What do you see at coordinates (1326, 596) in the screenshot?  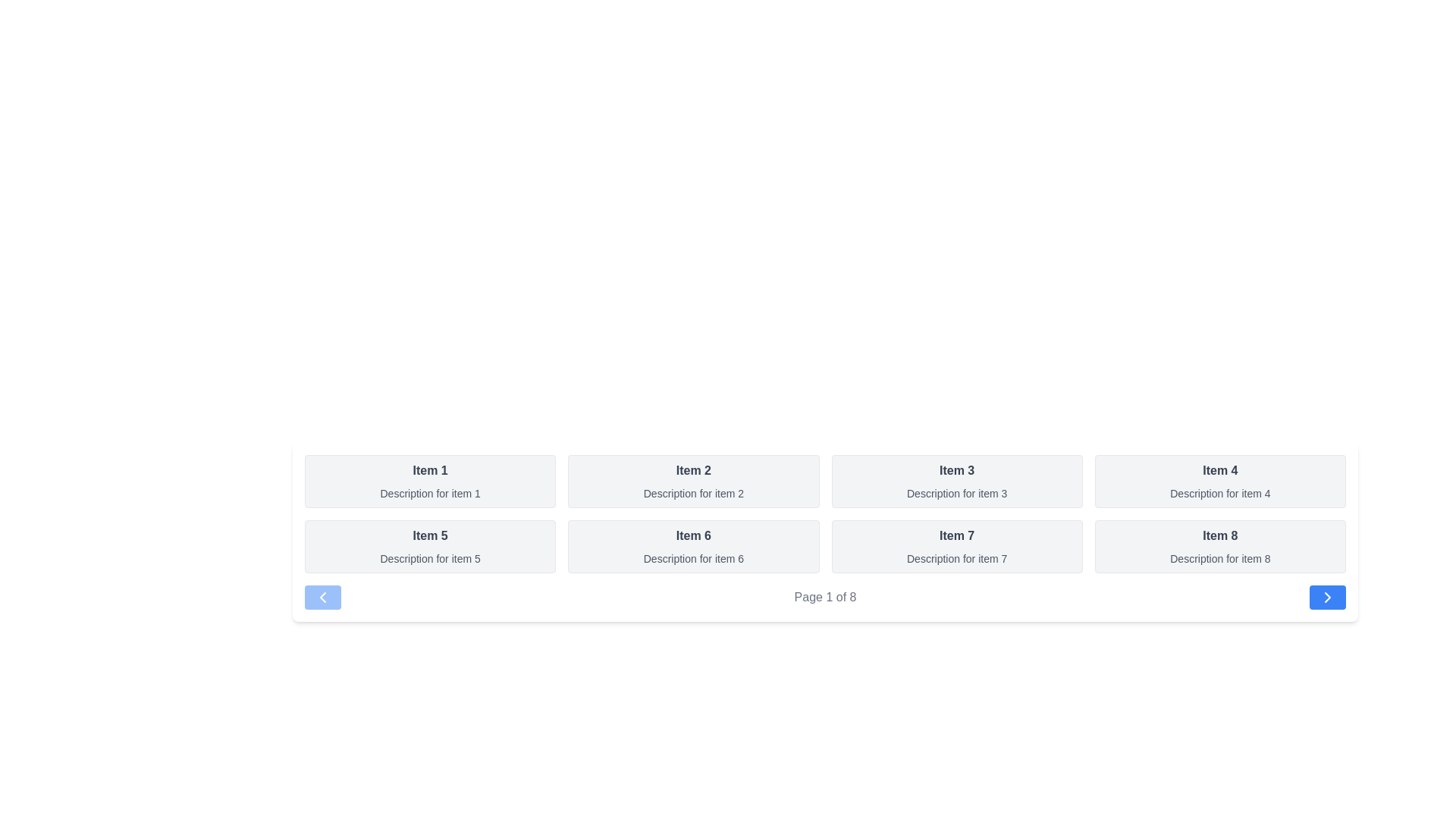 I see `the vector icon within the navigation button located at the bottom-right corner of the interface` at bounding box center [1326, 596].